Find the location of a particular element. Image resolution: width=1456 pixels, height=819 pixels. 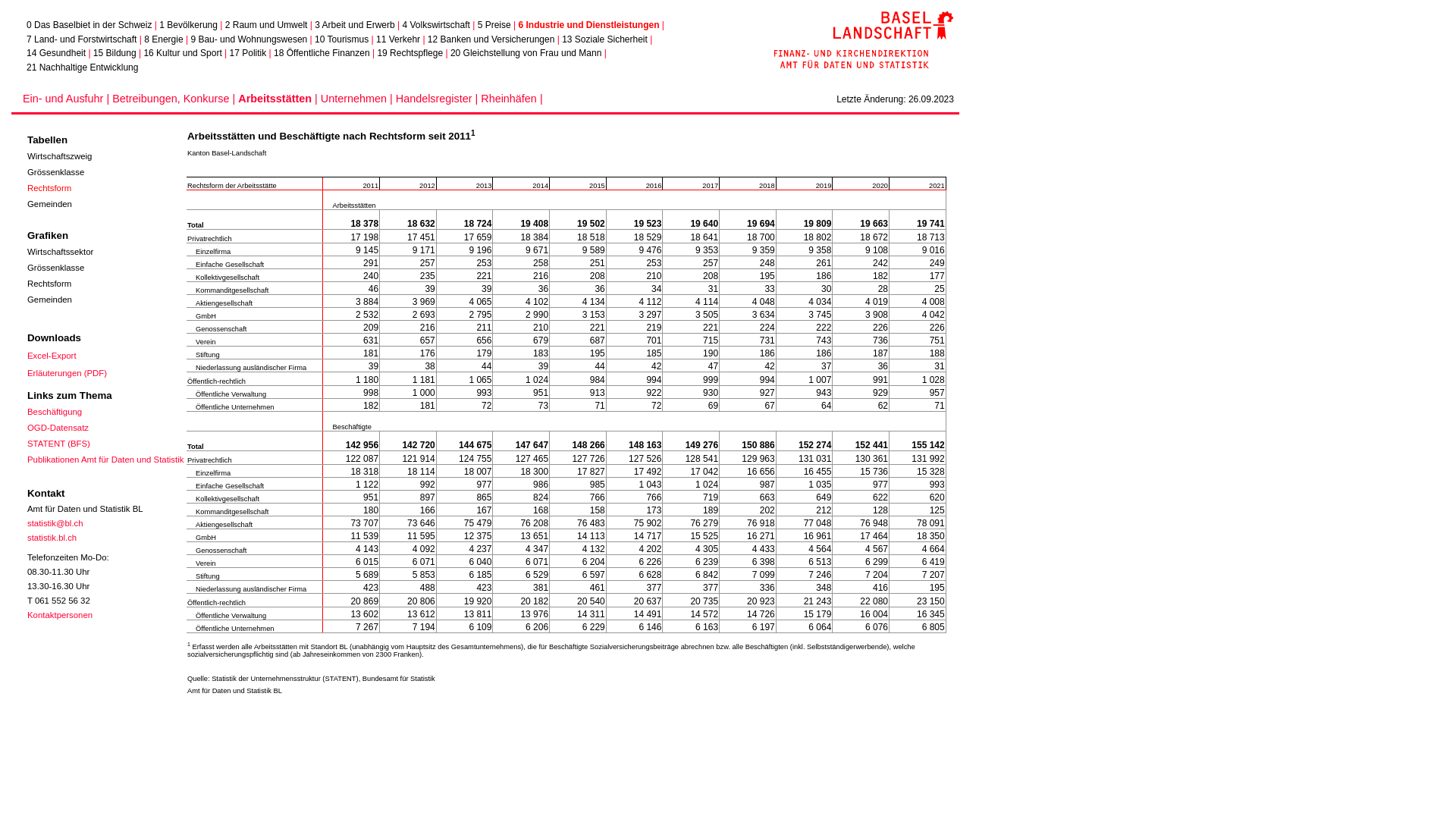

'20 Gleichstellung von Frau und Mann' is located at coordinates (450, 52).